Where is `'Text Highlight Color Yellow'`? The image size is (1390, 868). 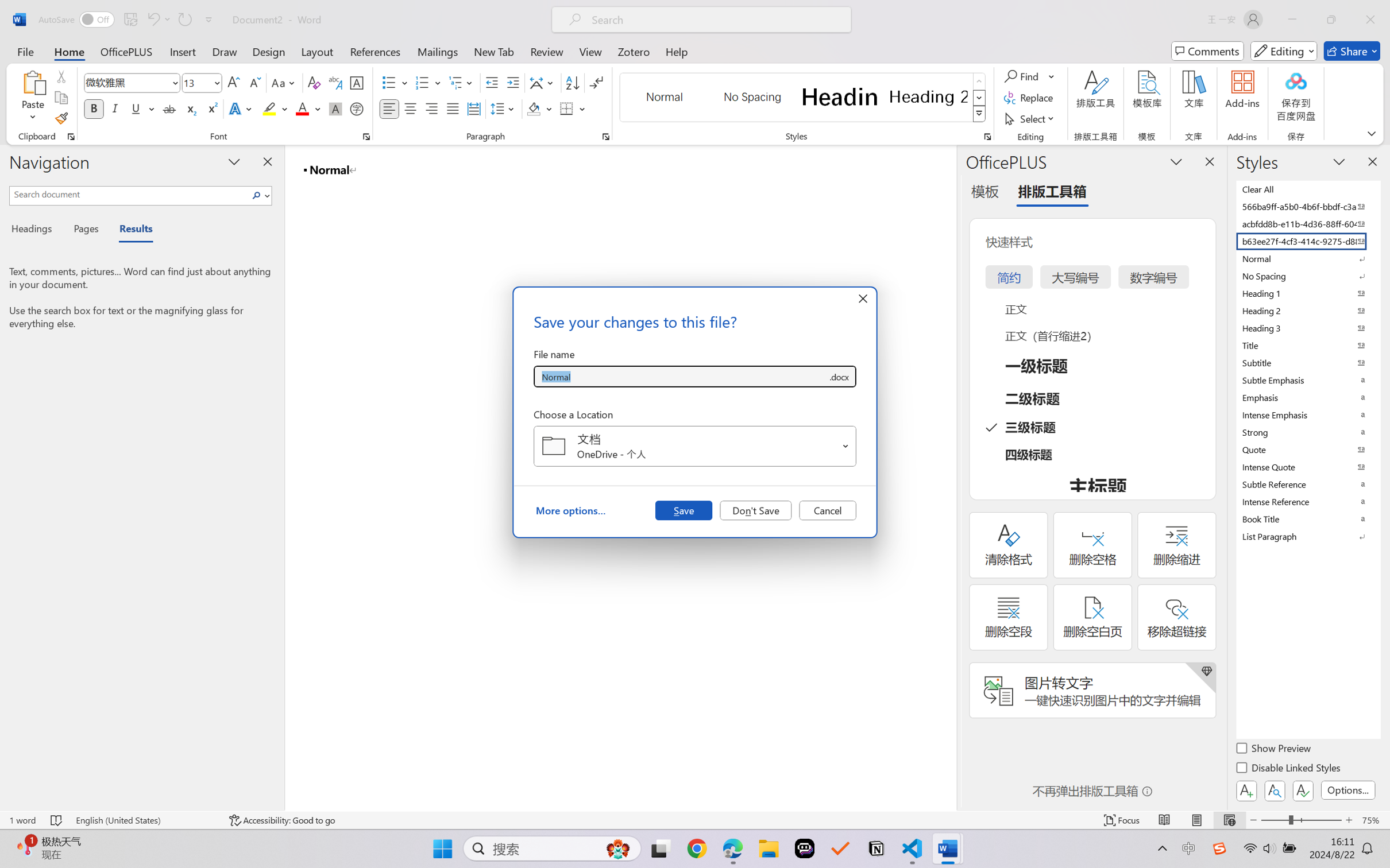
'Text Highlight Color Yellow' is located at coordinates (269, 108).